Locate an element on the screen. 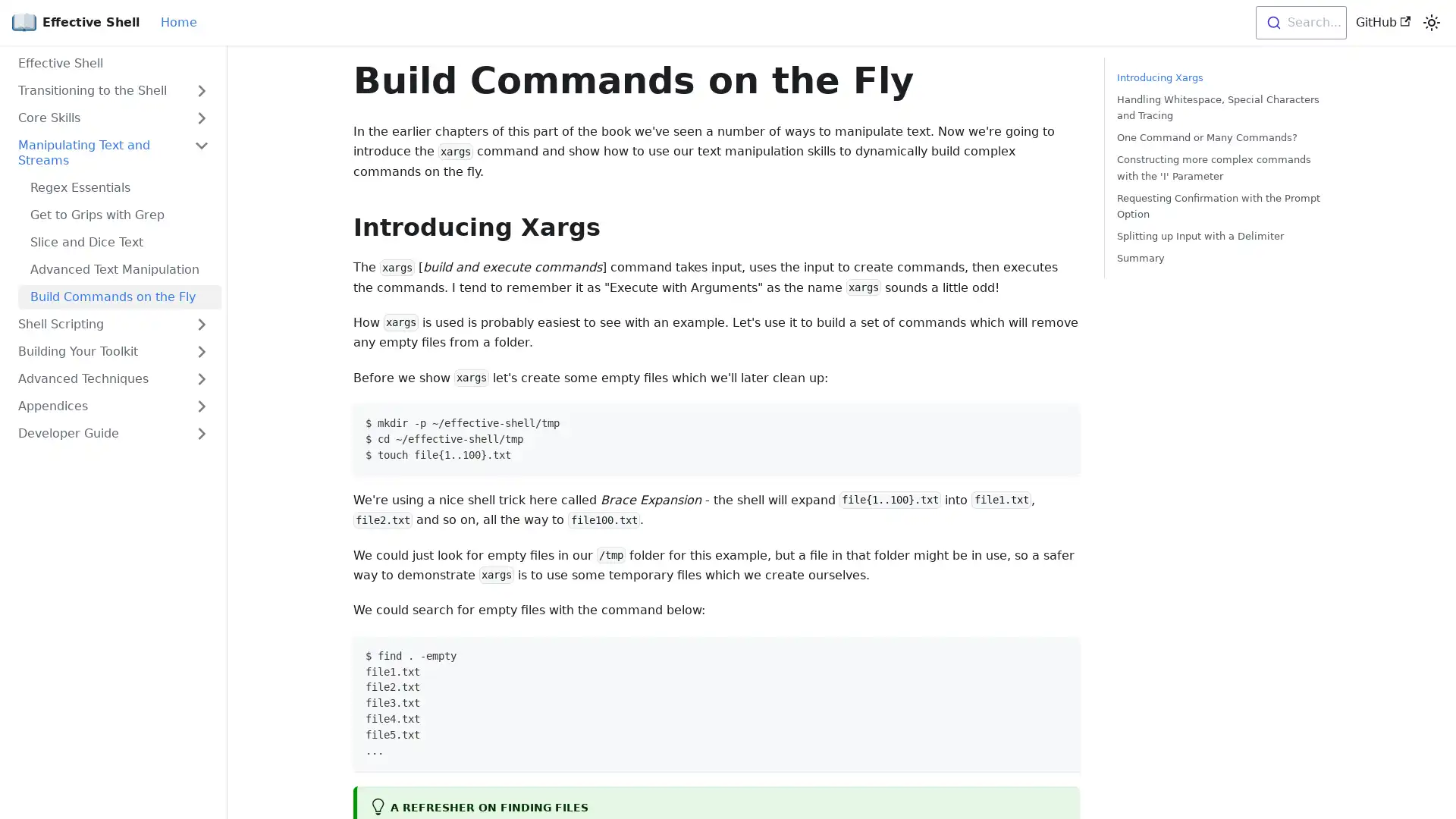 This screenshot has height=819, width=1456. Copy code to clipboard is located at coordinates (1060, 653).